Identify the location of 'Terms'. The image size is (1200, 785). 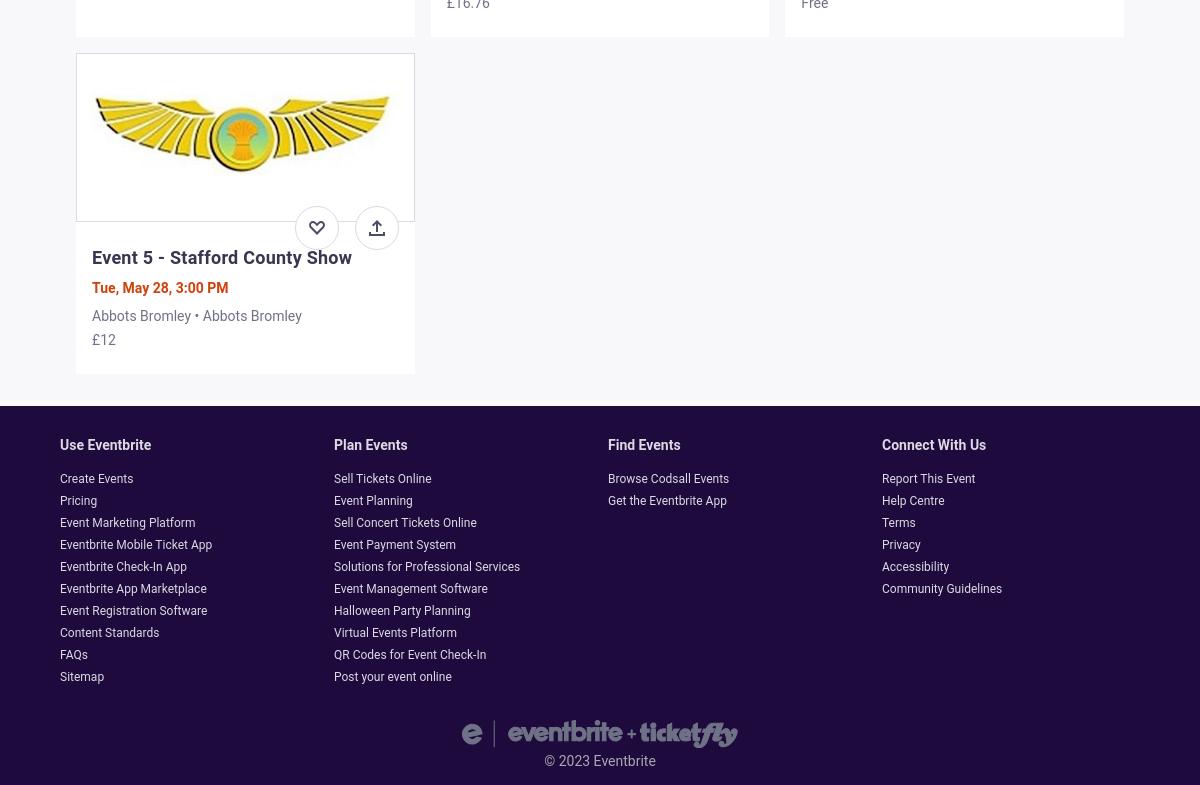
(897, 522).